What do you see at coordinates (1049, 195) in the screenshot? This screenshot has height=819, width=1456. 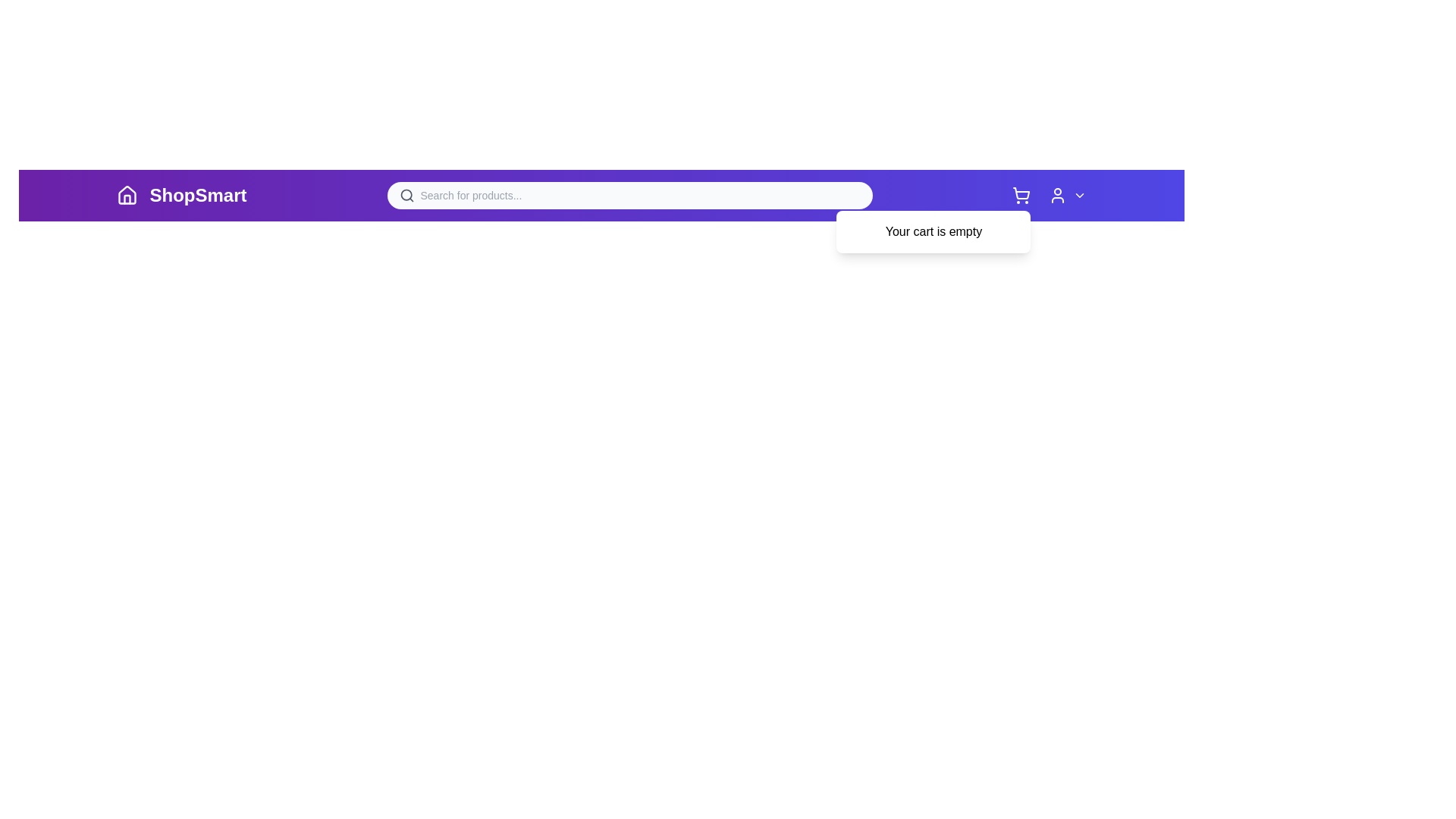 I see `the user account icon button represented by a human silhouette in a circle, located in the top-right corner of the navigation bar` at bounding box center [1049, 195].